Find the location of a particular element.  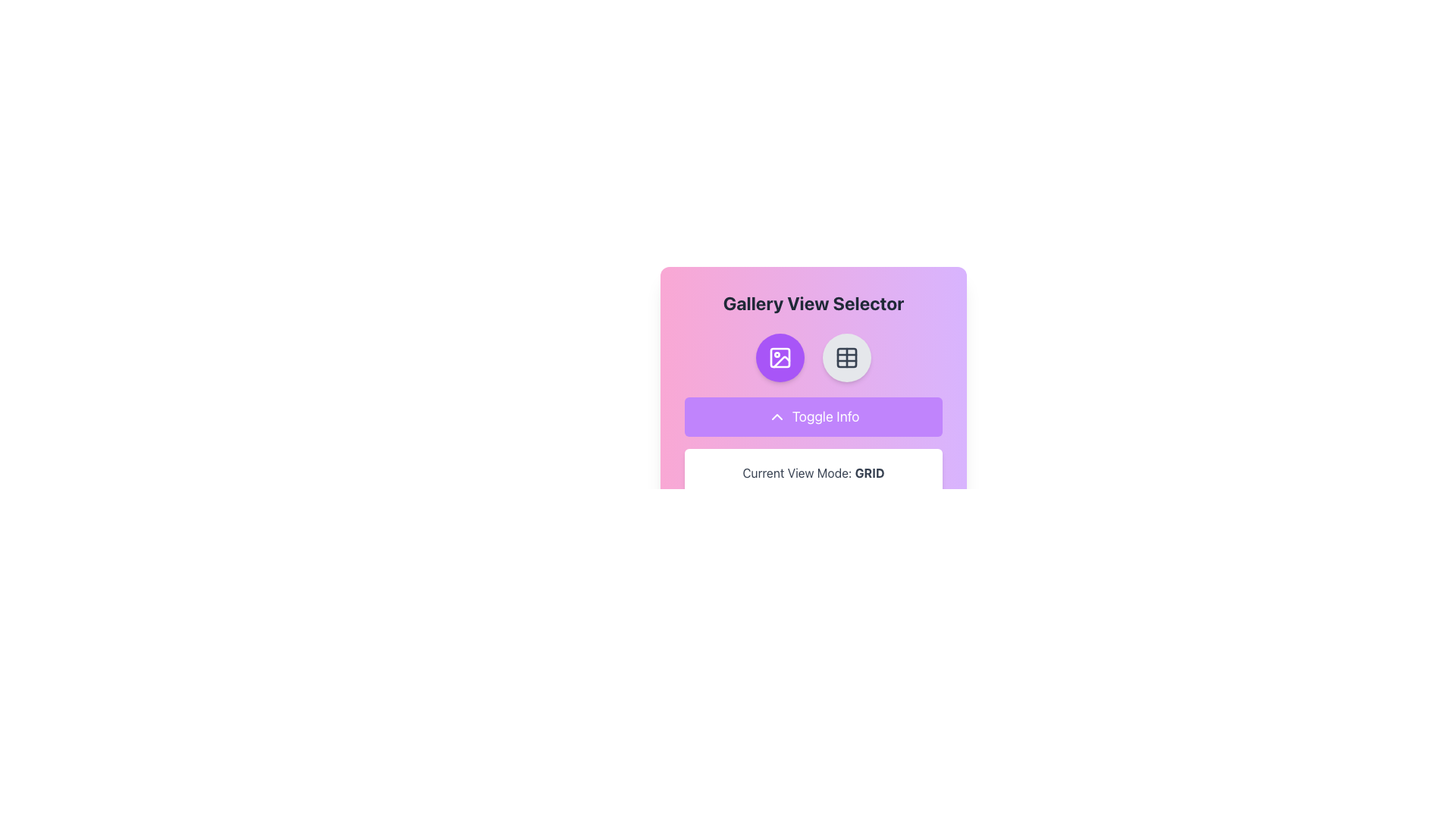

the leftmost circular icon button below the 'Gallery View Selector' heading is located at coordinates (780, 357).